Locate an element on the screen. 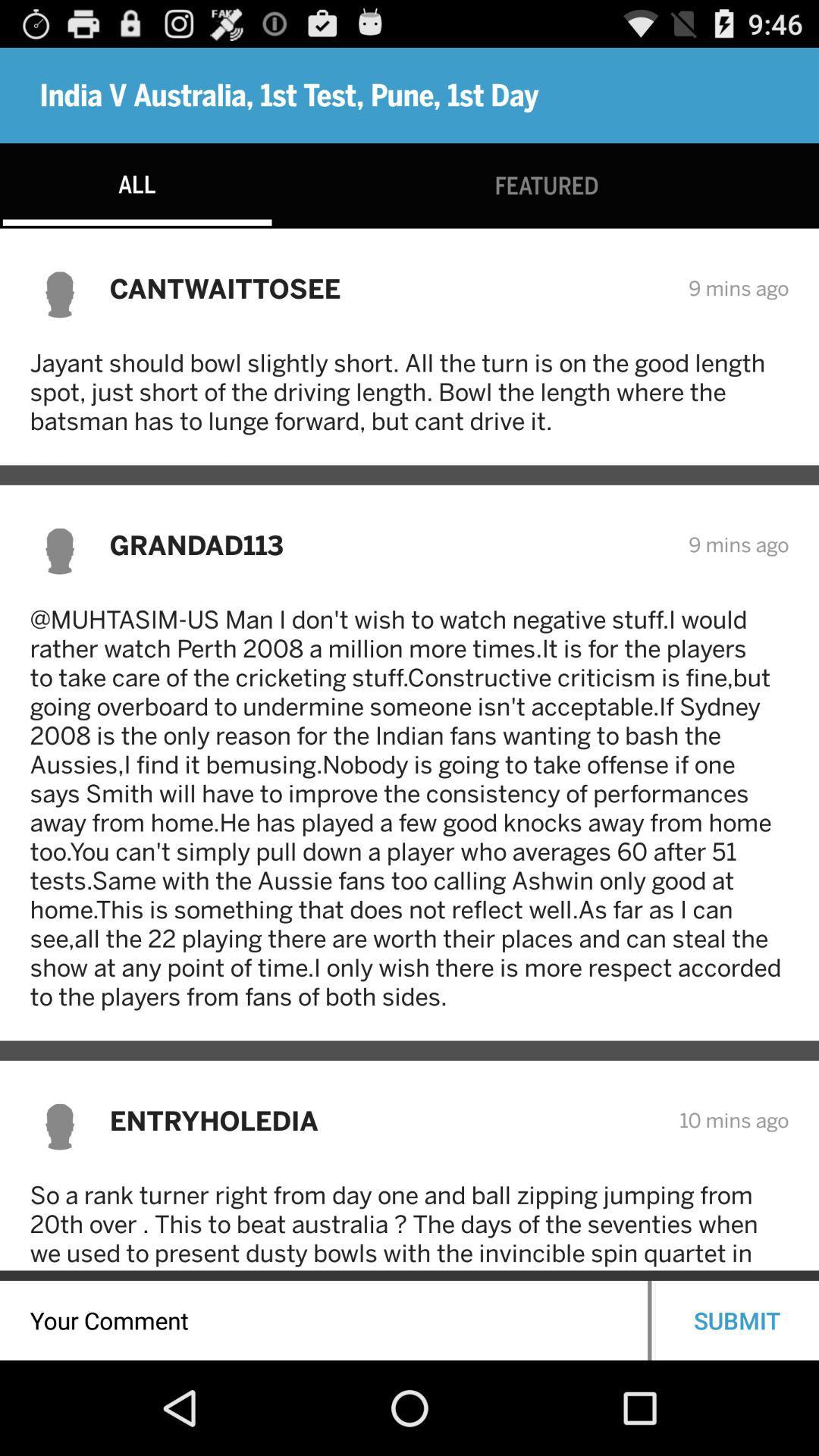  icon above the cantwaittosee icon is located at coordinates (547, 185).